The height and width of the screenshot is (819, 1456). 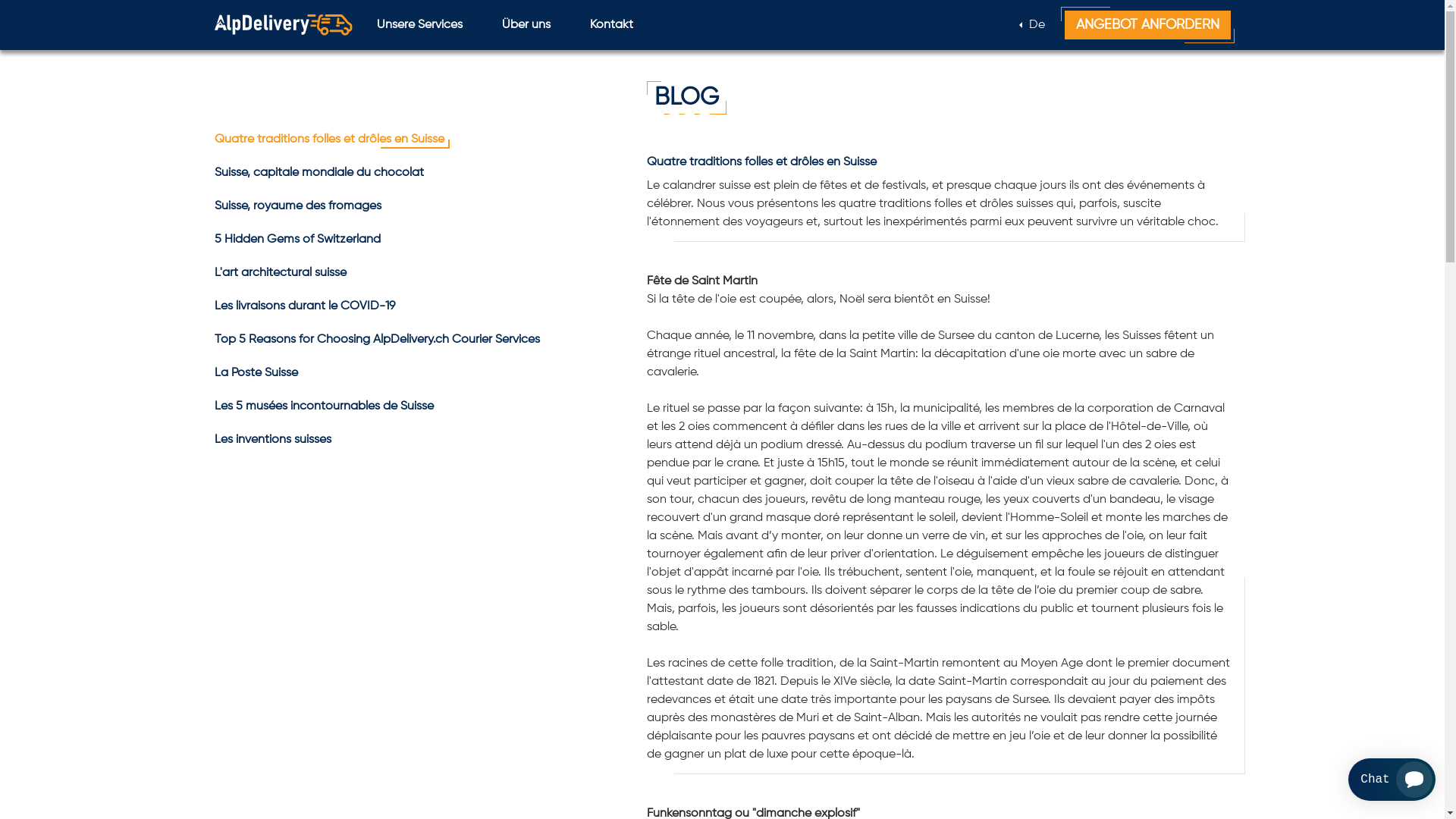 I want to click on '5 Hidden Gems of Switzerland', so click(x=213, y=239).